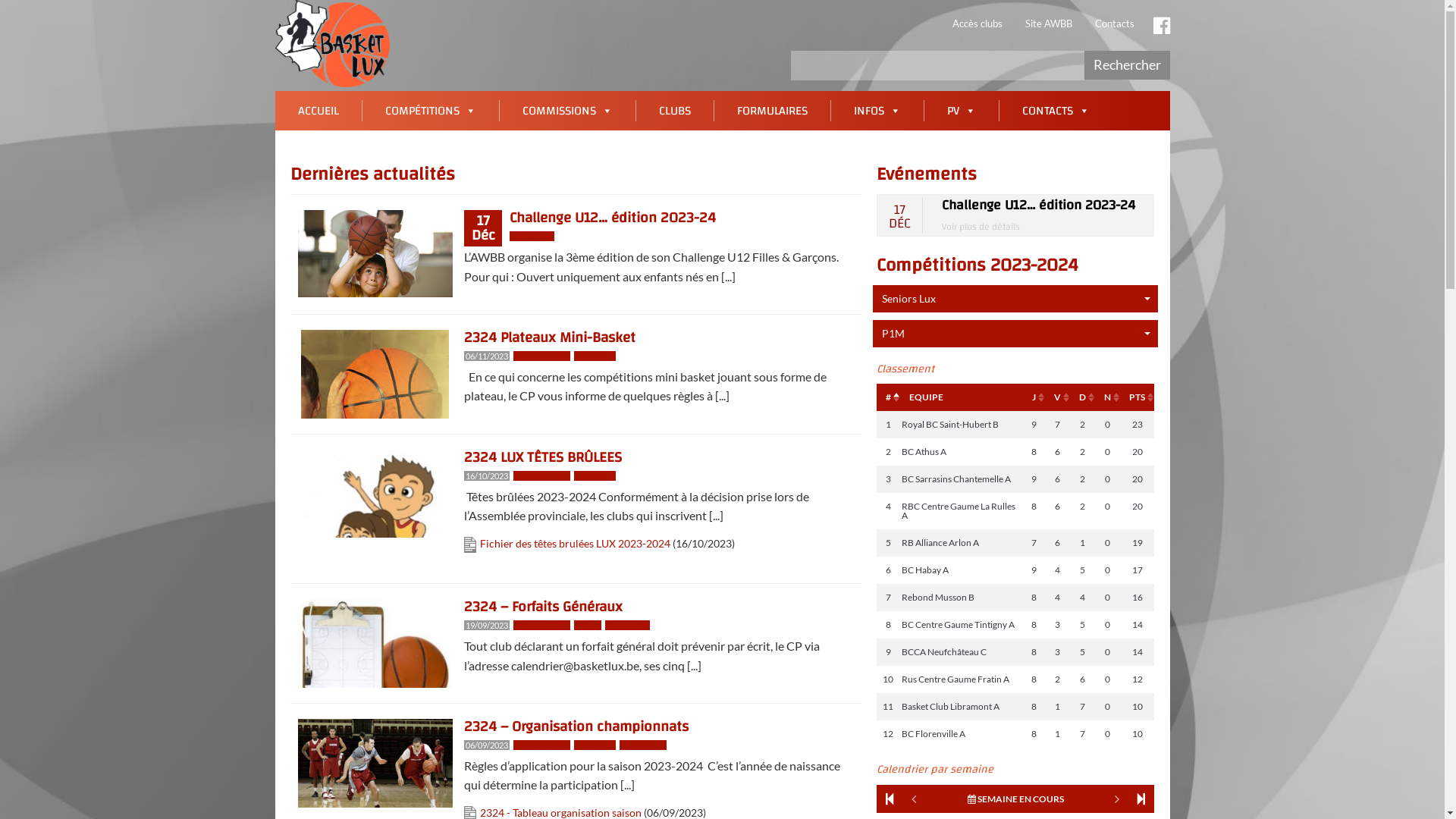 The width and height of the screenshot is (1456, 819). What do you see at coordinates (316, 110) in the screenshot?
I see `'ACCUEIL'` at bounding box center [316, 110].